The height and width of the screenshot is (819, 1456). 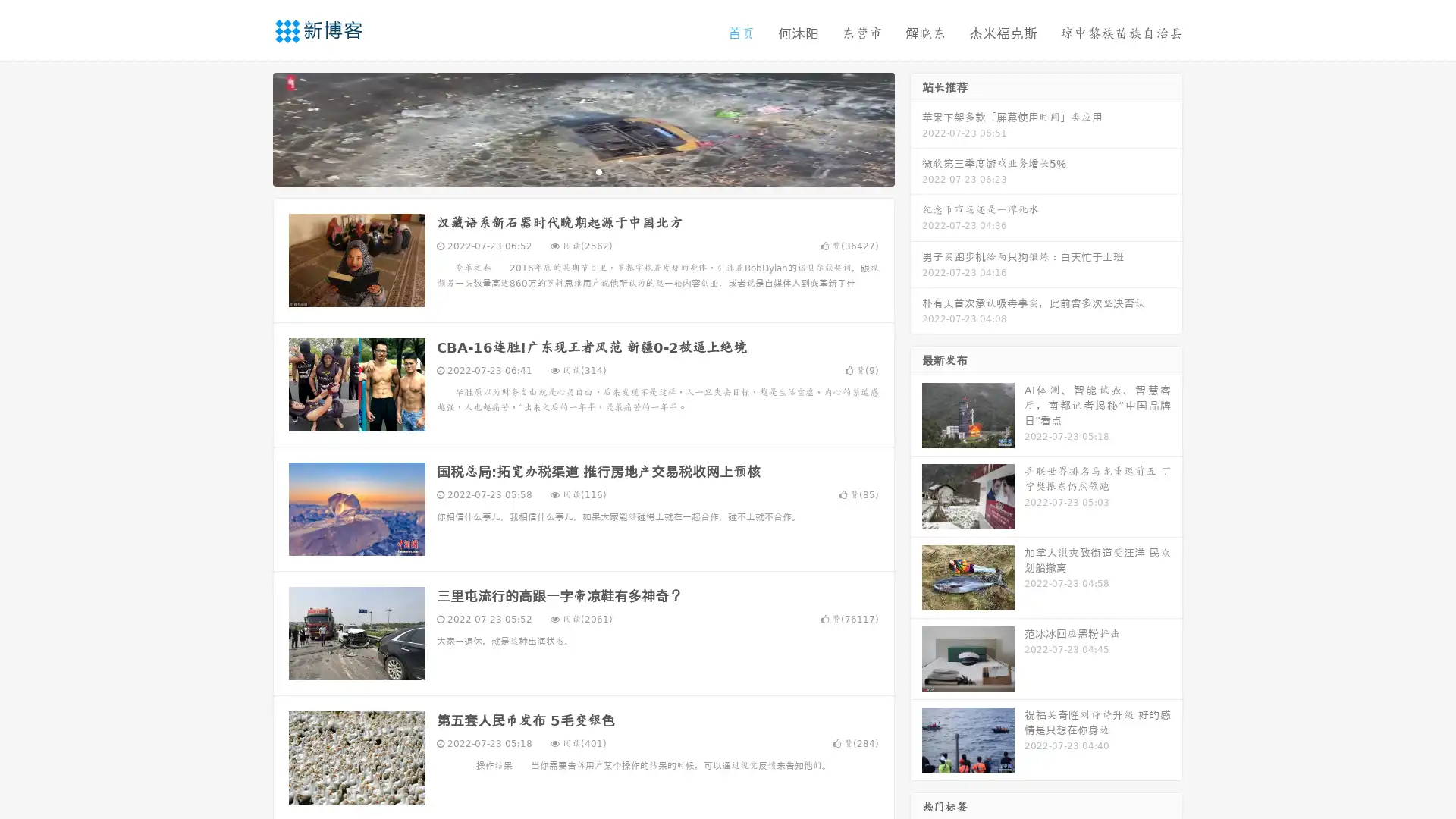 I want to click on Go to slide 1, so click(x=567, y=171).